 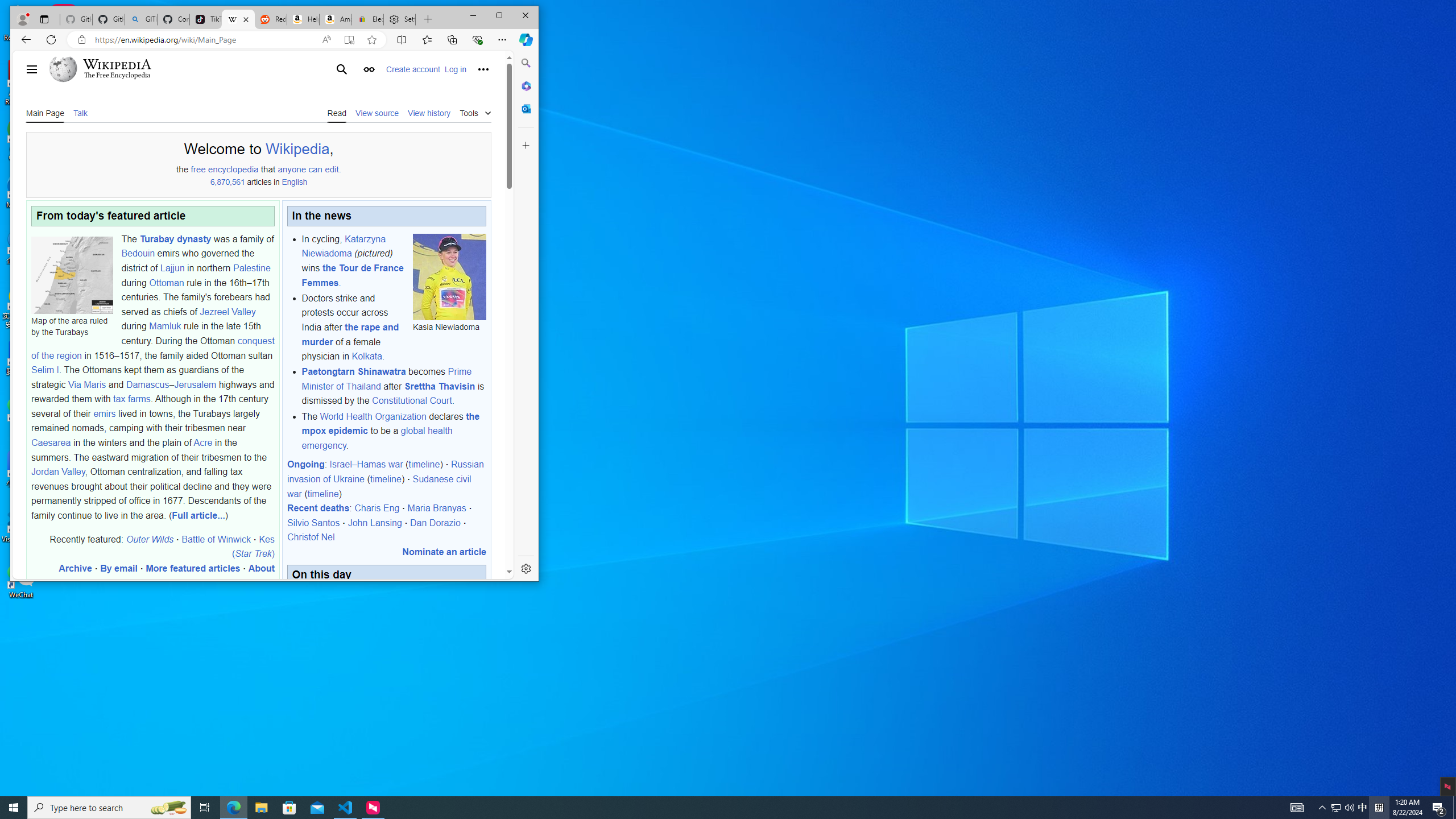 I want to click on 'Sudanese civil war', so click(x=378, y=486).